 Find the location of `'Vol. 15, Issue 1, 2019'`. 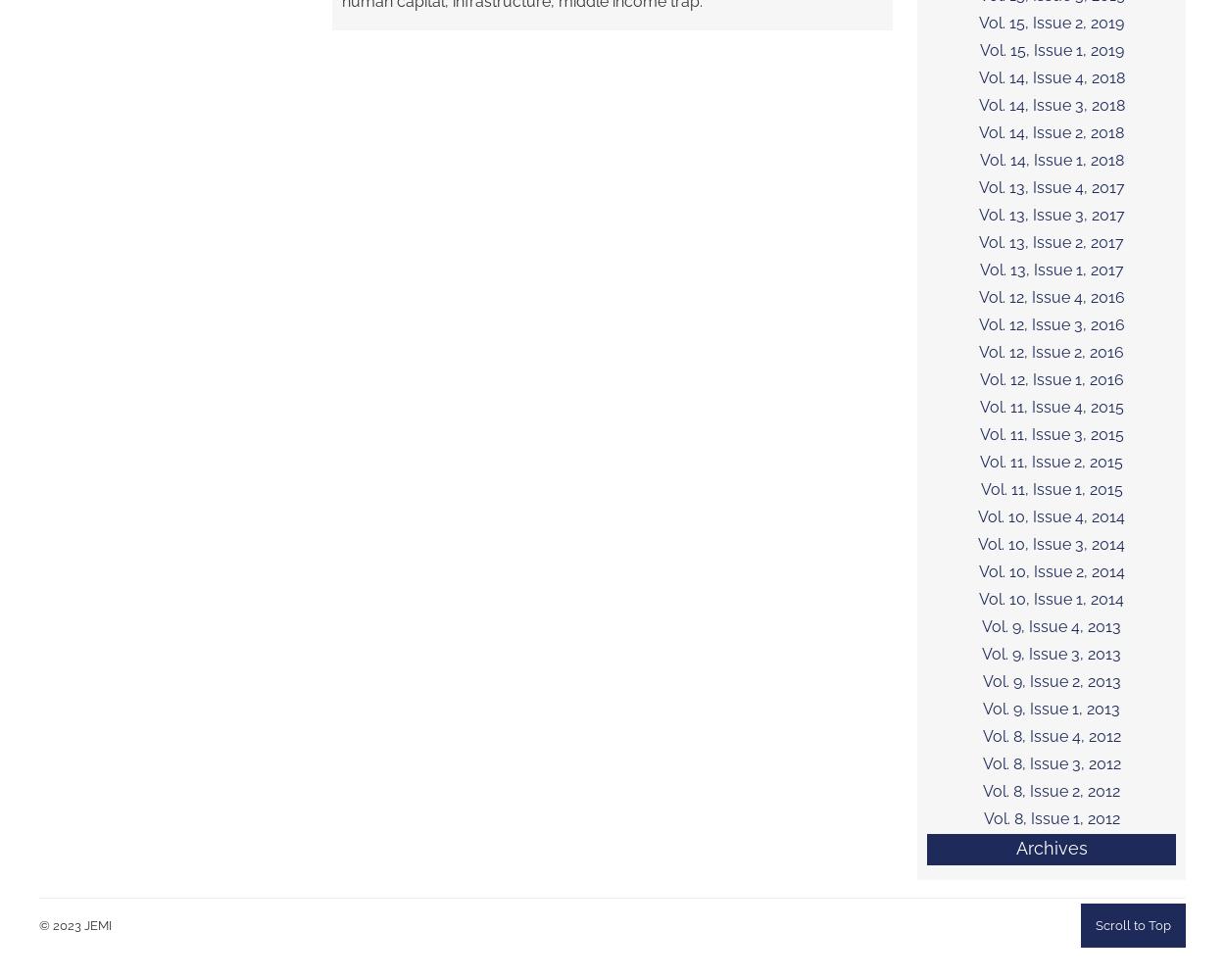

'Vol. 15, Issue 1, 2019' is located at coordinates (978, 50).